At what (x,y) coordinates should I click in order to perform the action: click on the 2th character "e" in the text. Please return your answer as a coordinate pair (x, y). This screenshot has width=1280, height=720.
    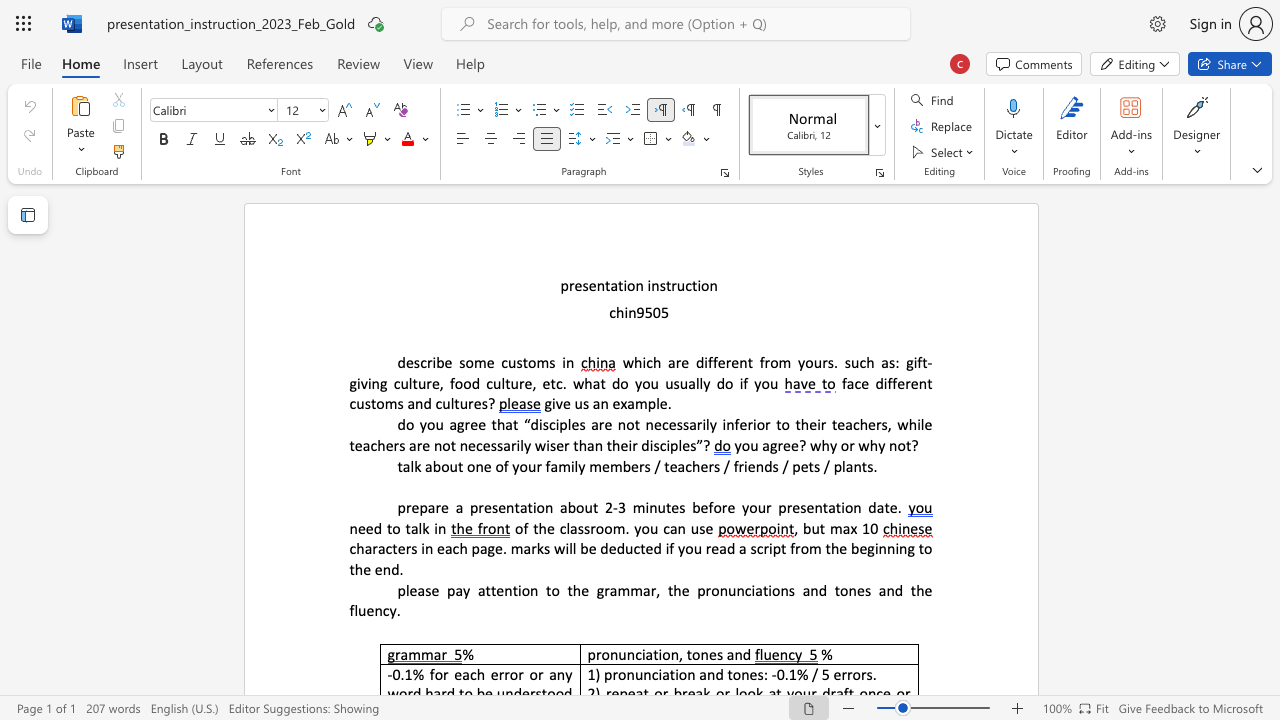
    Looking at the image, I should click on (369, 527).